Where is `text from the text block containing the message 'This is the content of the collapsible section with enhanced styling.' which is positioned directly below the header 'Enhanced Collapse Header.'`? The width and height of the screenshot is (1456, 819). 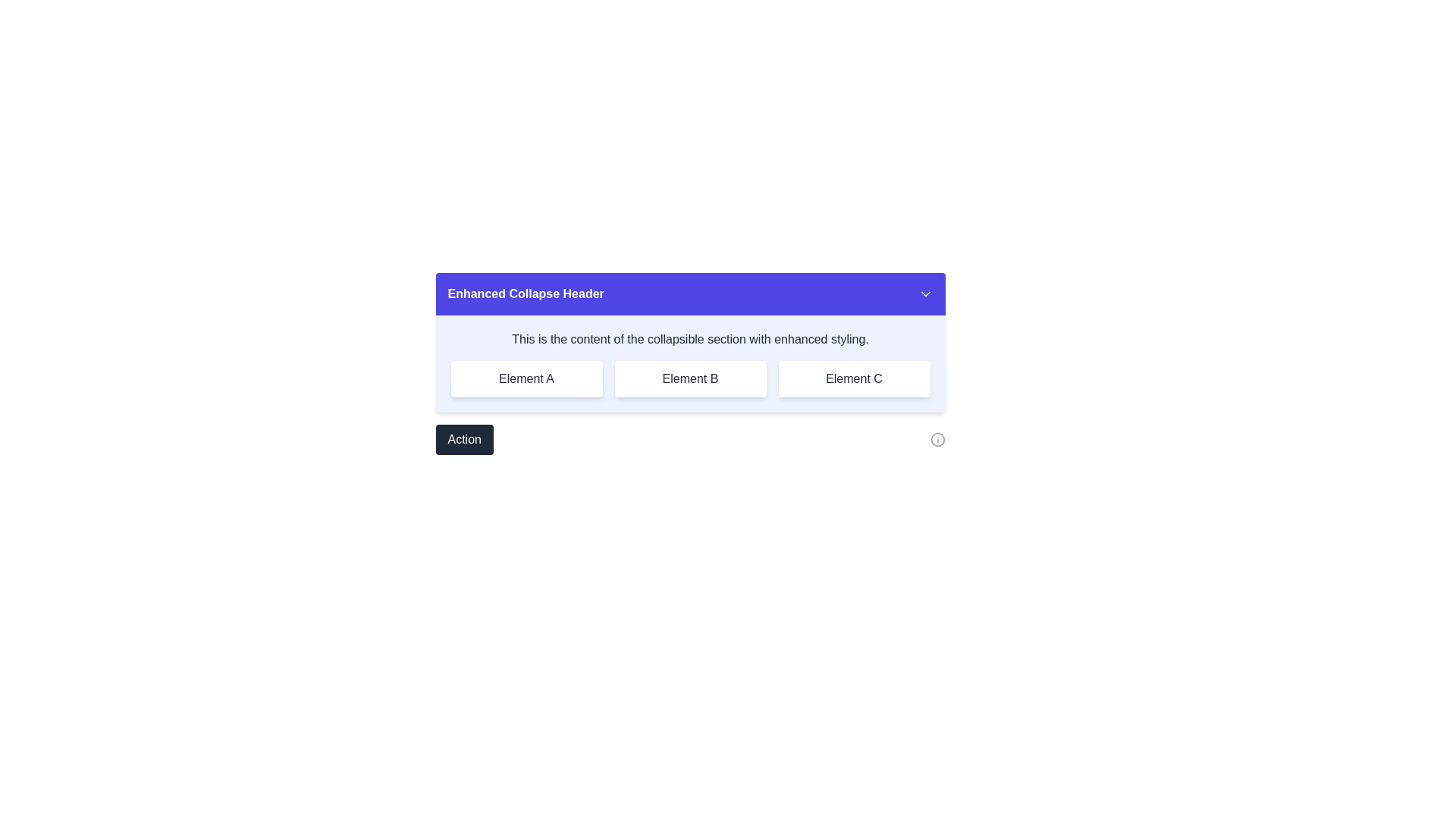 text from the text block containing the message 'This is the content of the collapsible section with enhanced styling.' which is positioned directly below the header 'Enhanced Collapse Header.' is located at coordinates (689, 338).